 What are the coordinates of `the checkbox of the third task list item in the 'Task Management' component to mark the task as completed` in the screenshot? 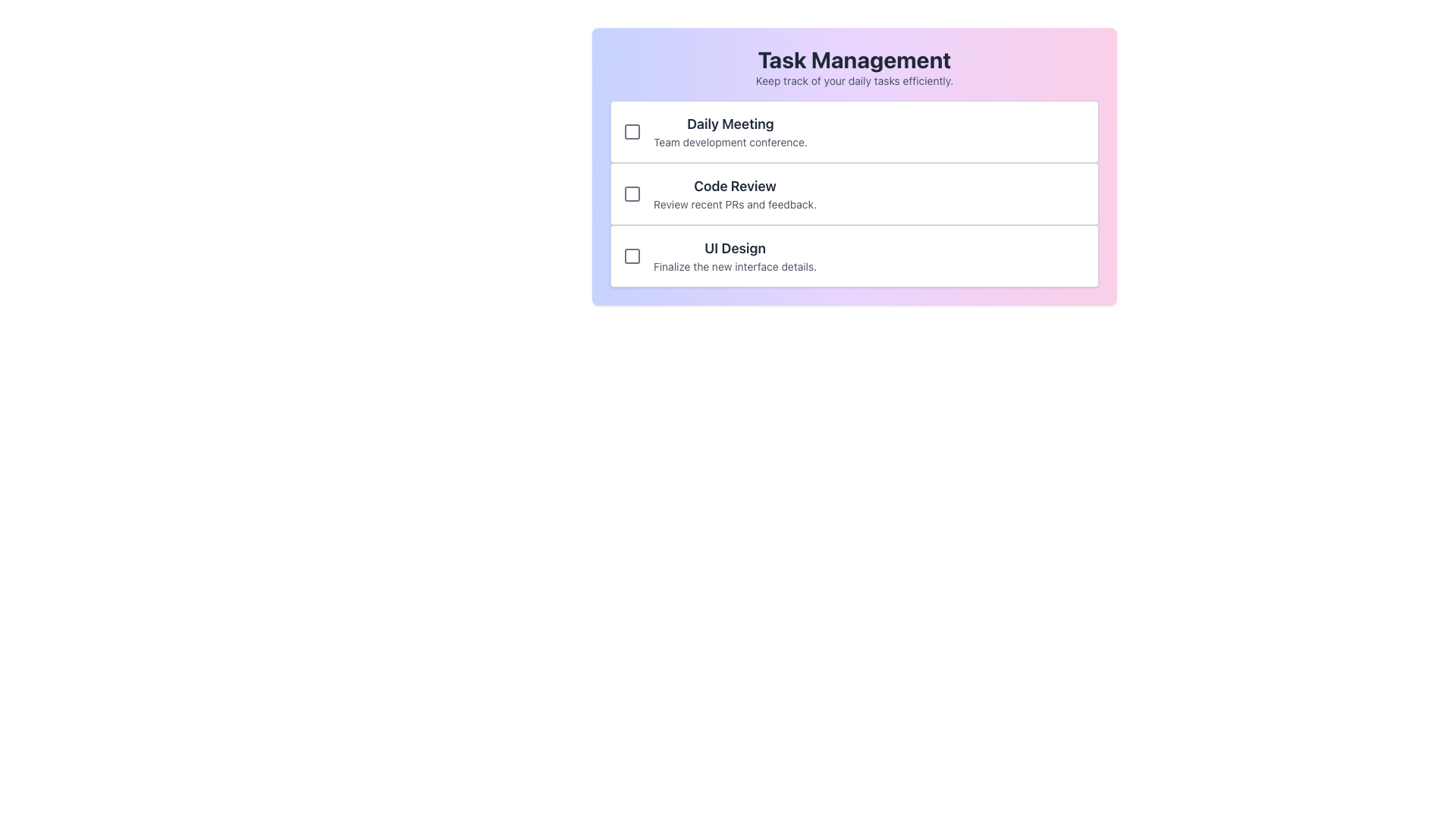 It's located at (855, 256).